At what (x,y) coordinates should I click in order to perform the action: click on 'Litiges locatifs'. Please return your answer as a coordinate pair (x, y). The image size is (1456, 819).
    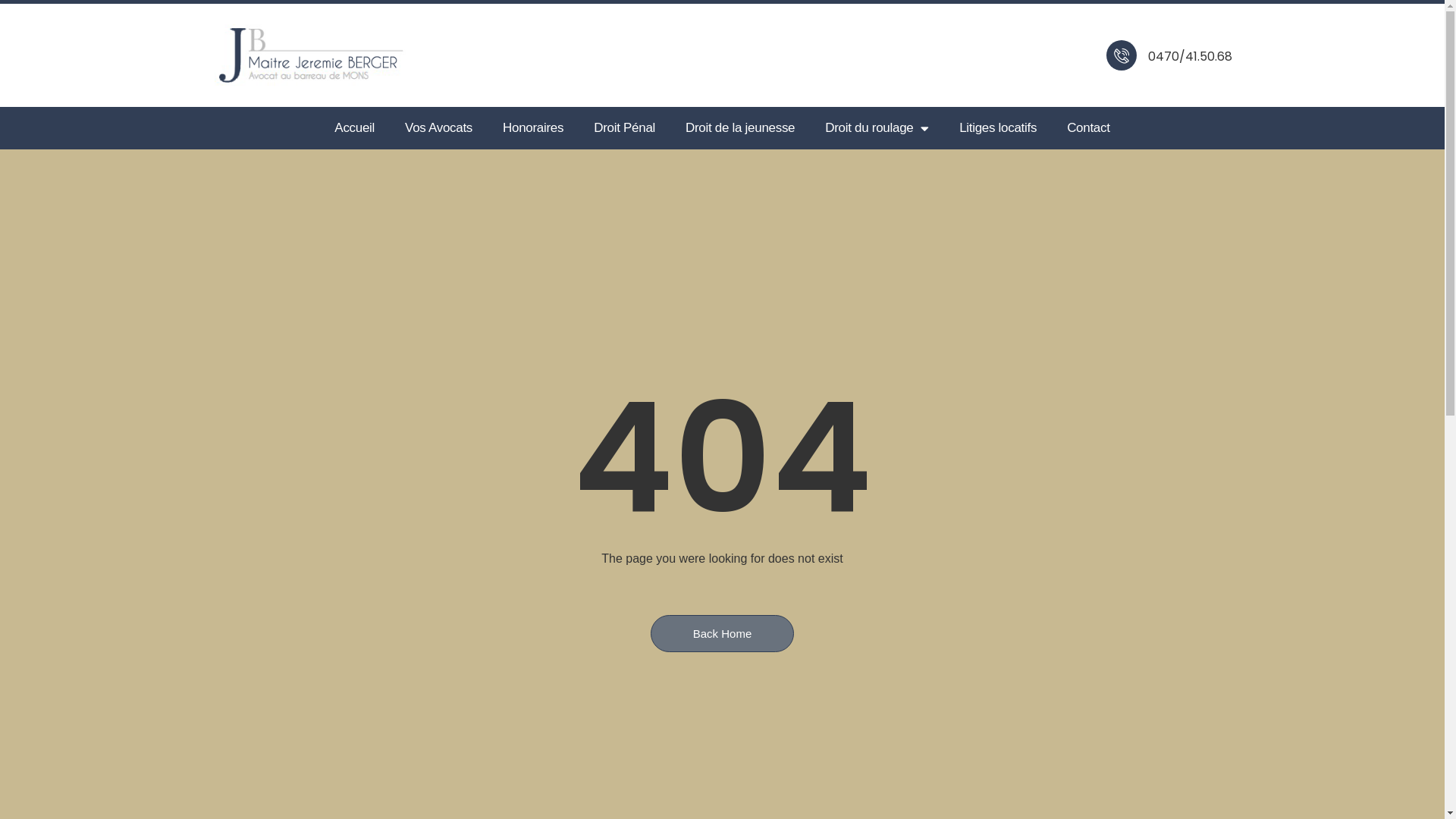
    Looking at the image, I should click on (997, 127).